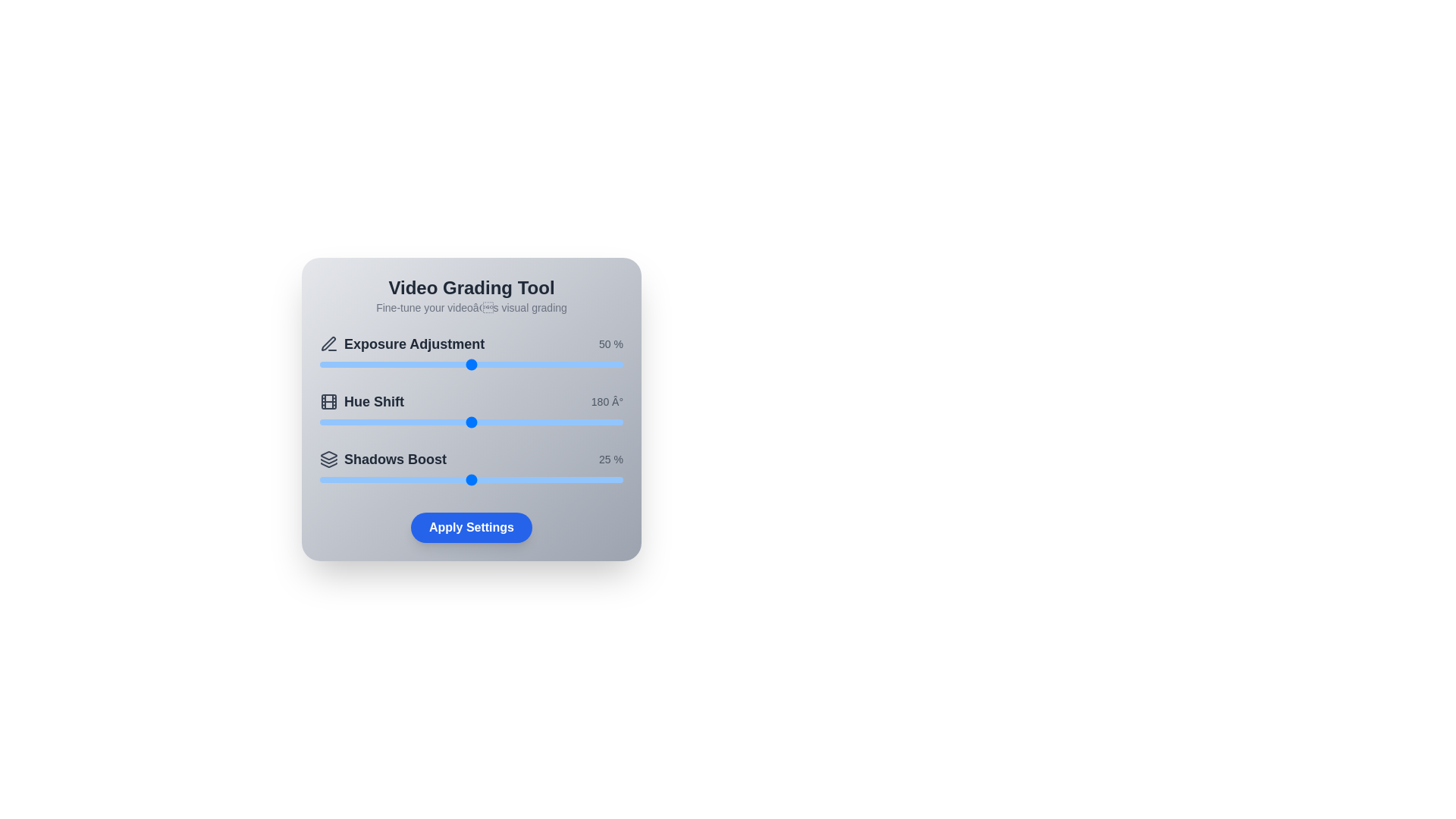  I want to click on the exposure adjustment, so click(617, 365).